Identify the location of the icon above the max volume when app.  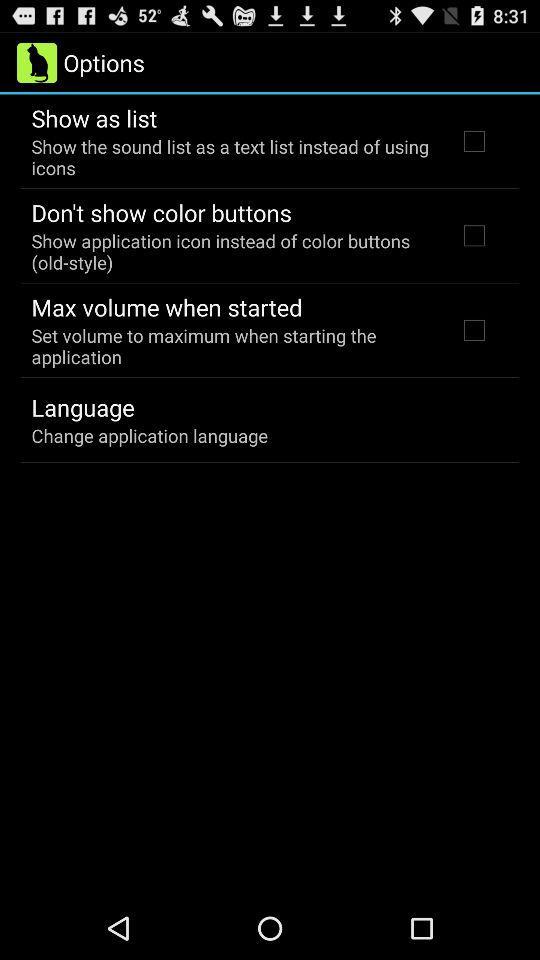
(230, 250).